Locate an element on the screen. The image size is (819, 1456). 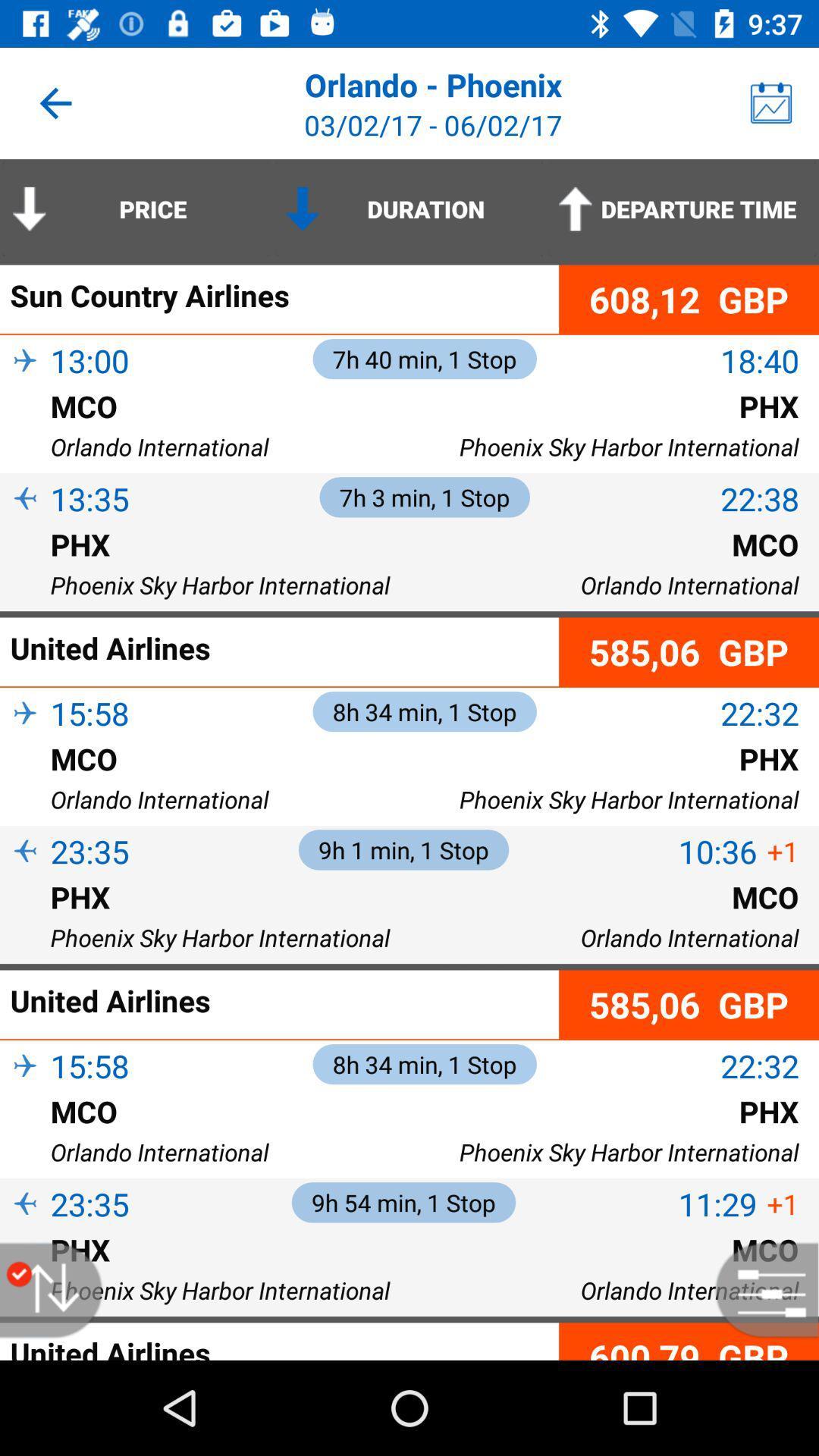
the icon above orlando international is located at coordinates (25, 1136).